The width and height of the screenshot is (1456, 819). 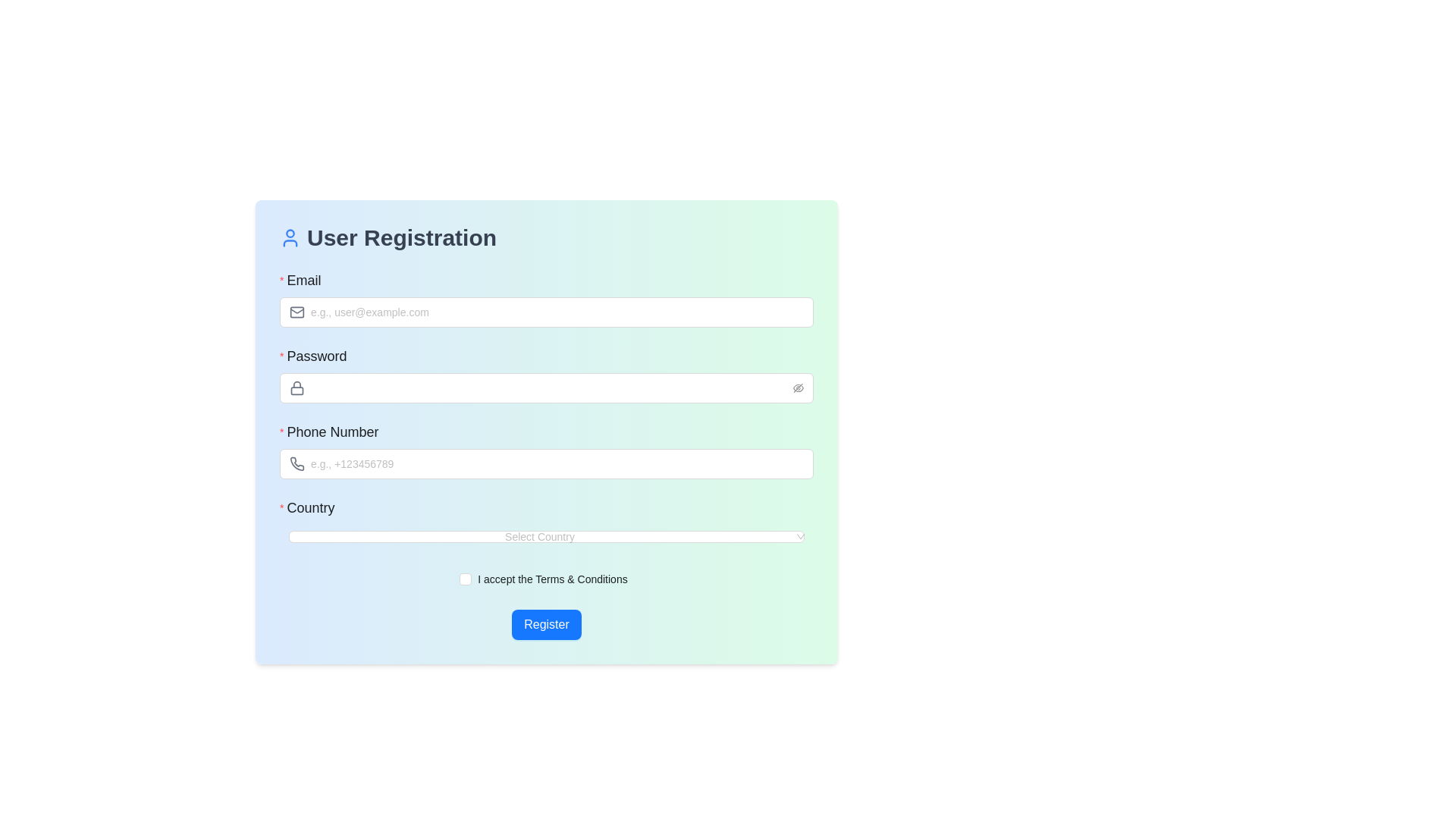 What do you see at coordinates (546, 579) in the screenshot?
I see `the checkbox labeled 'I accept the Terms & Conditions'` at bounding box center [546, 579].